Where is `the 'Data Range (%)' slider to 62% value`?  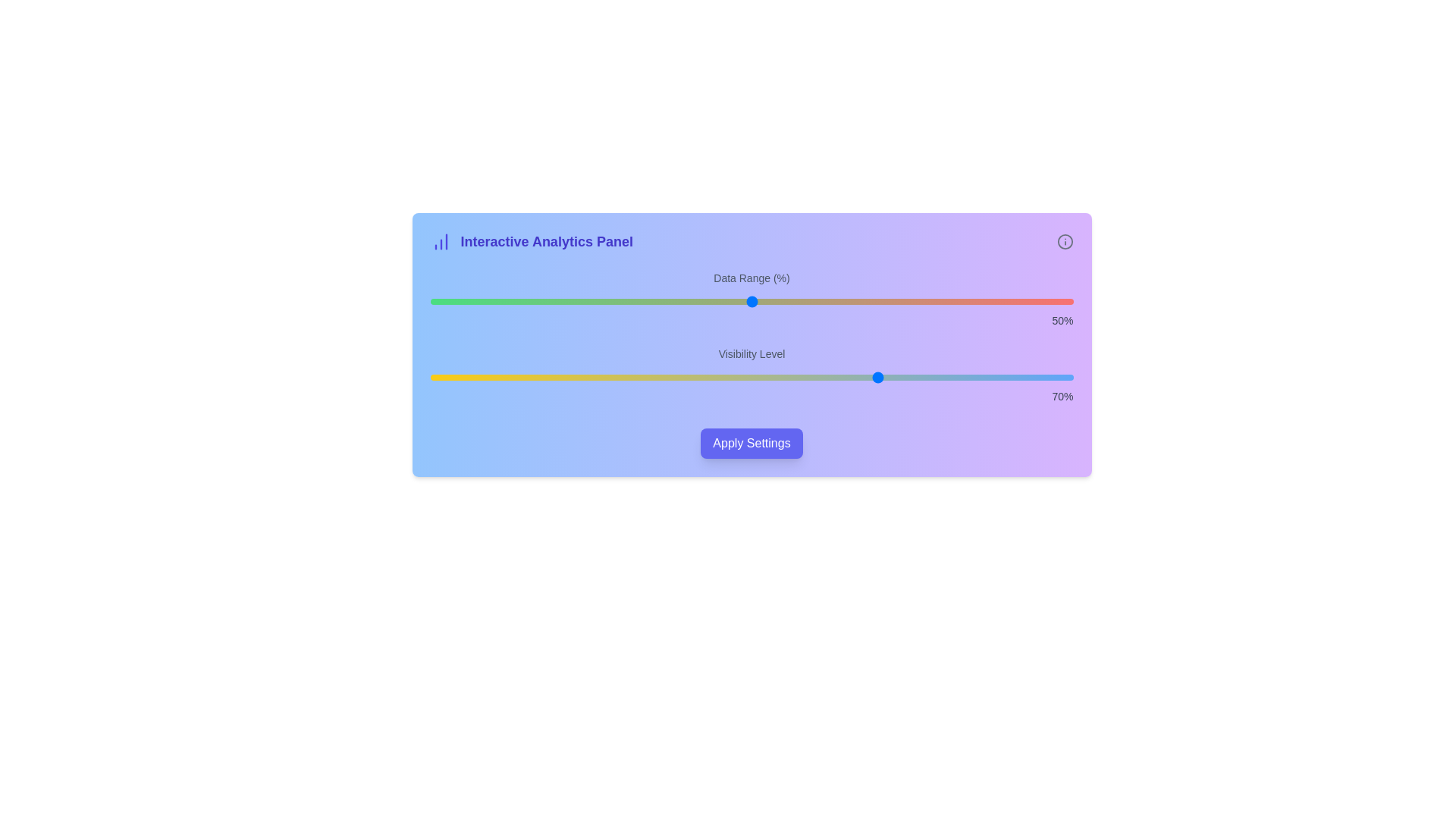
the 'Data Range (%)' slider to 62% value is located at coordinates (828, 301).